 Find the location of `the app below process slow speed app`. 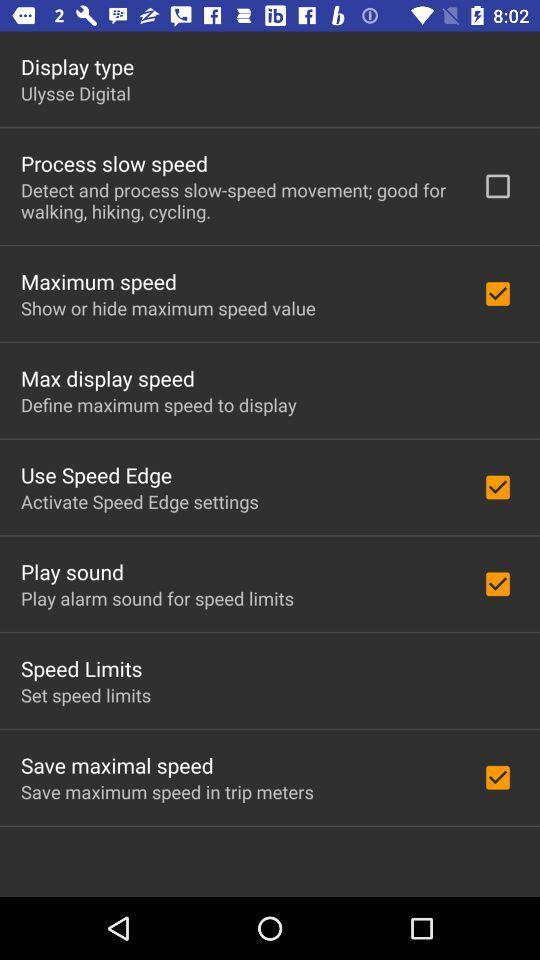

the app below process slow speed app is located at coordinates (238, 200).